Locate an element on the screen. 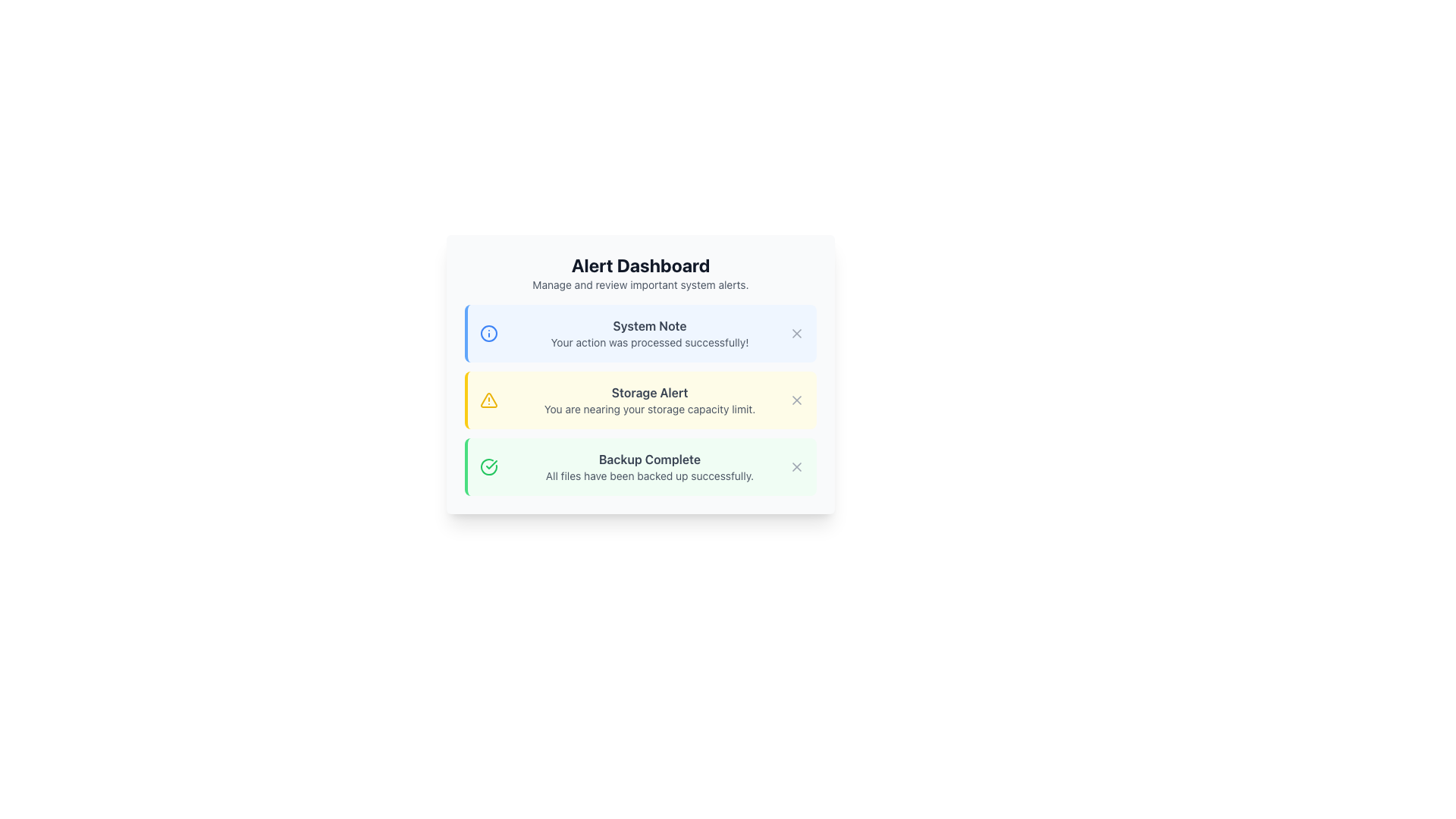 This screenshot has width=1456, height=819. the close button of the 'Backup Complete' notification to change its color is located at coordinates (796, 466).